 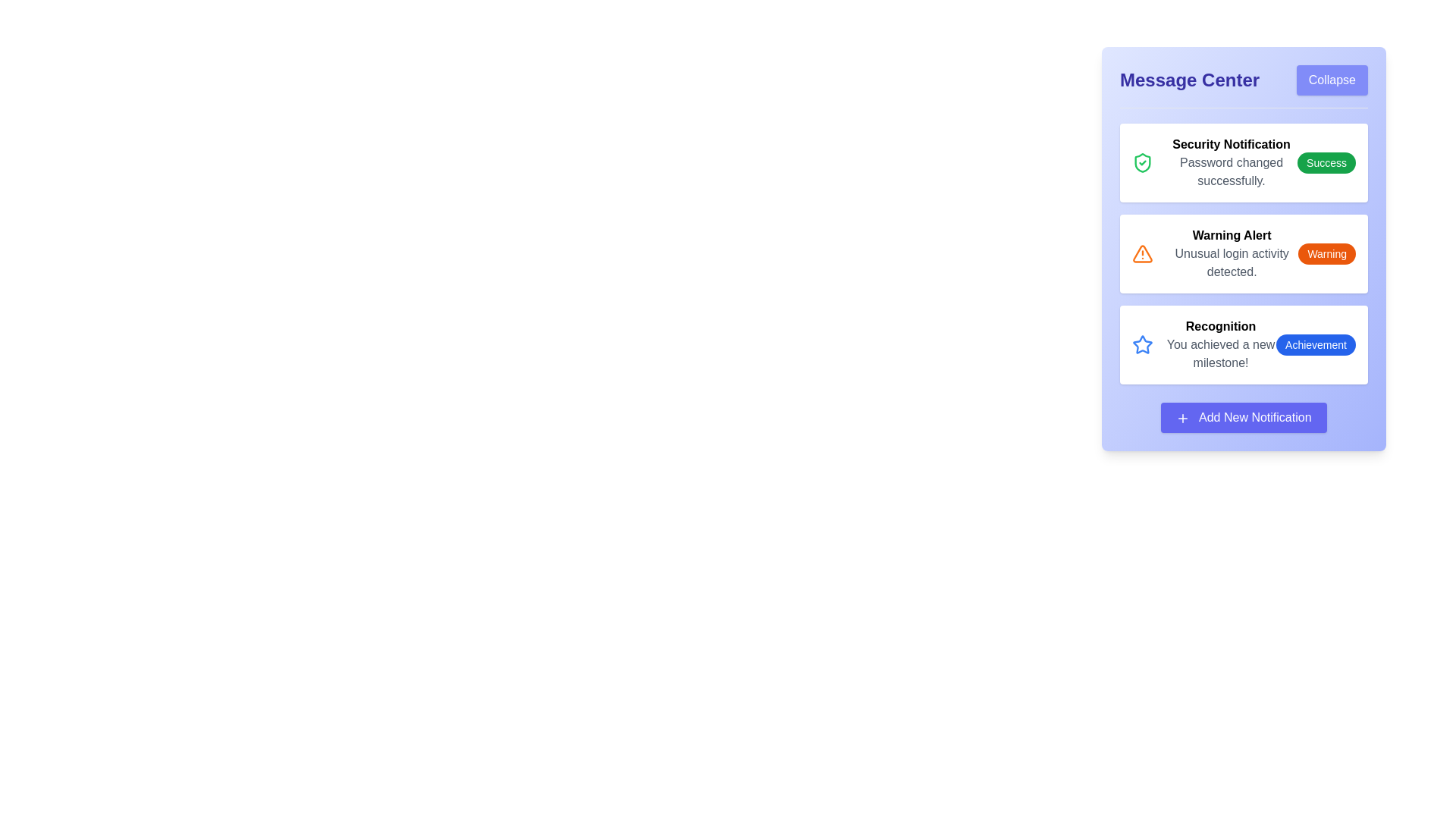 What do you see at coordinates (1232, 262) in the screenshot?
I see `message displayed in the text component that shows 'Unusual login activity detected.' in the notification titled 'Warning Alert' within the Message Center` at bounding box center [1232, 262].